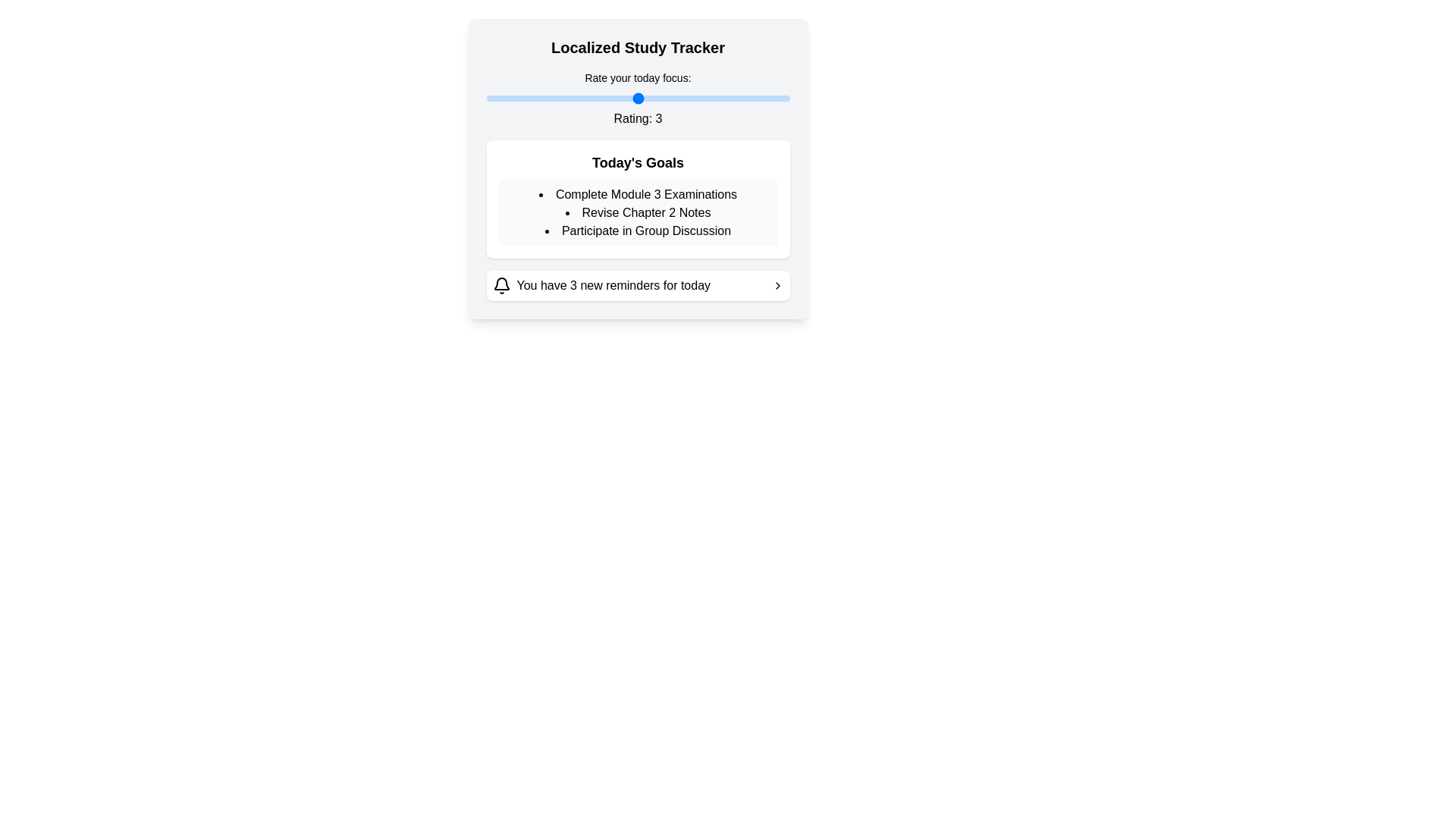  I want to click on the text label 'Rate your today focus:' which is prominently displayed at the top of the 'Localized Study Tracker' card, so click(638, 78).